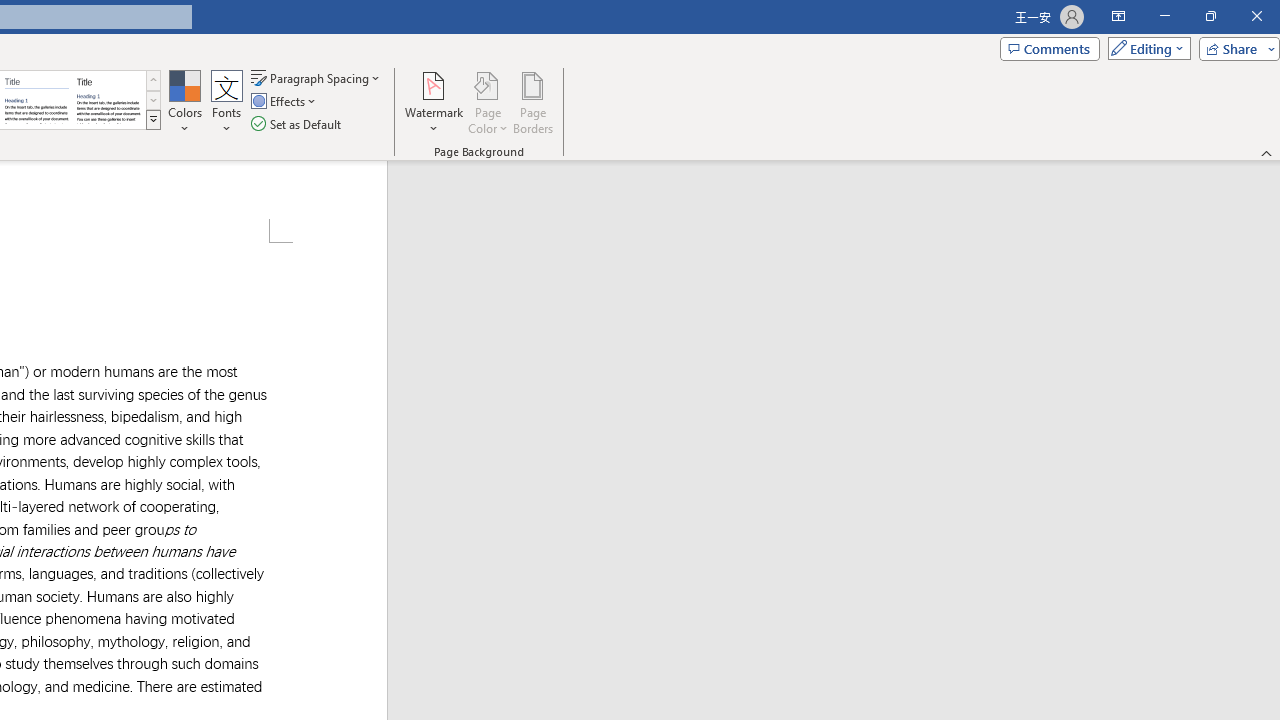 The height and width of the screenshot is (720, 1280). Describe the element at coordinates (227, 103) in the screenshot. I see `'Fonts'` at that location.